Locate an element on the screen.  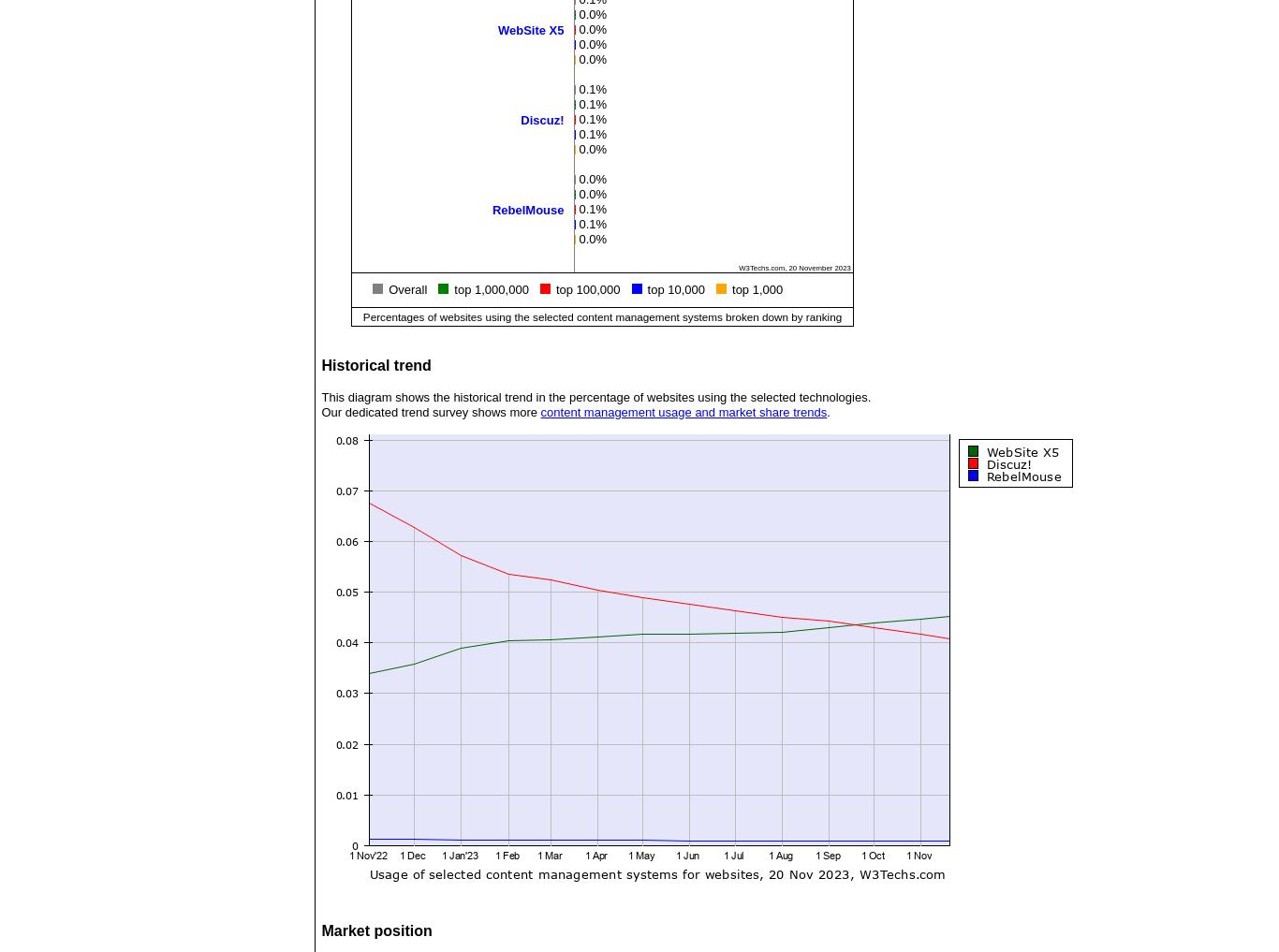
'Market position' is located at coordinates (375, 930).